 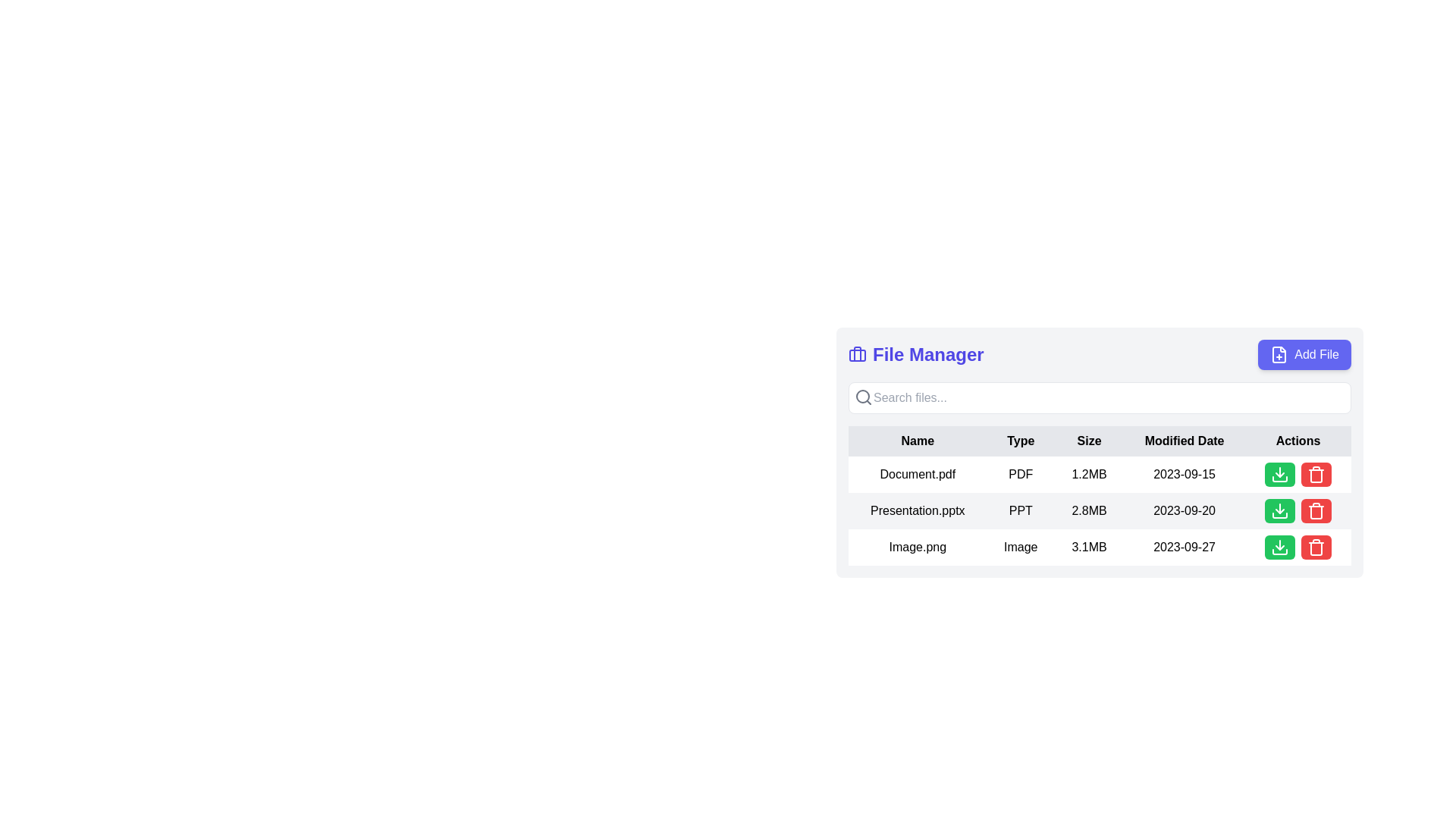 I want to click on the Text label indicating the file type 'PPT' in the second row of the file manager table, adjacent to 'Presentation.pptx', so click(x=1021, y=511).